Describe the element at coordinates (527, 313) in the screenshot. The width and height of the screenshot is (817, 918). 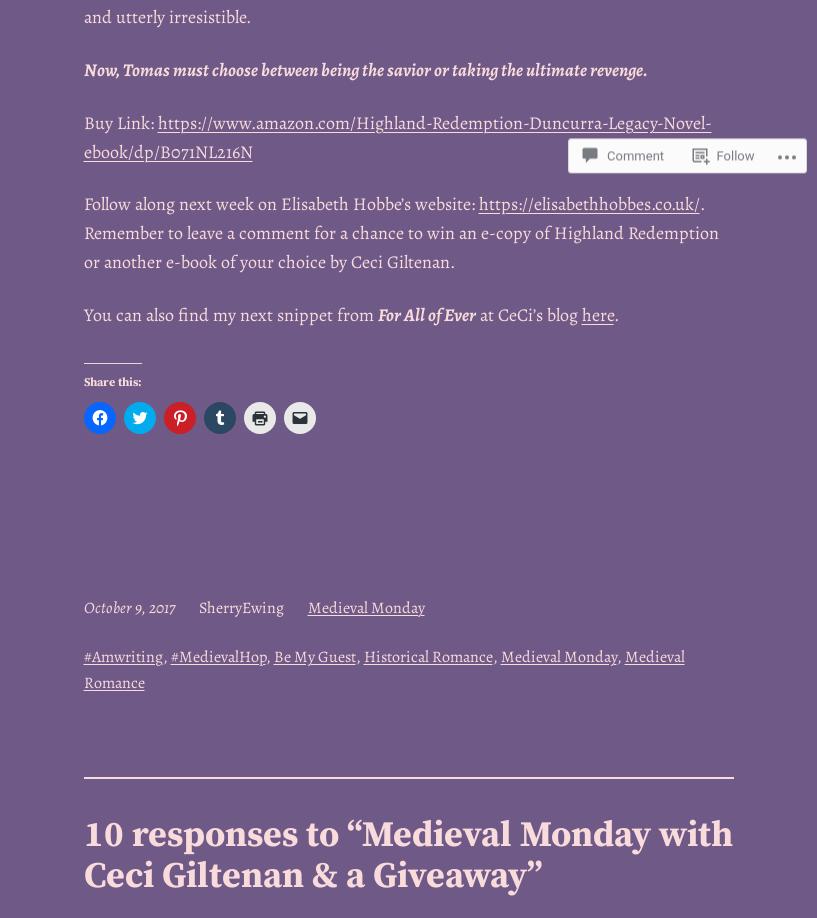
I see `'at CeCi’s blog'` at that location.